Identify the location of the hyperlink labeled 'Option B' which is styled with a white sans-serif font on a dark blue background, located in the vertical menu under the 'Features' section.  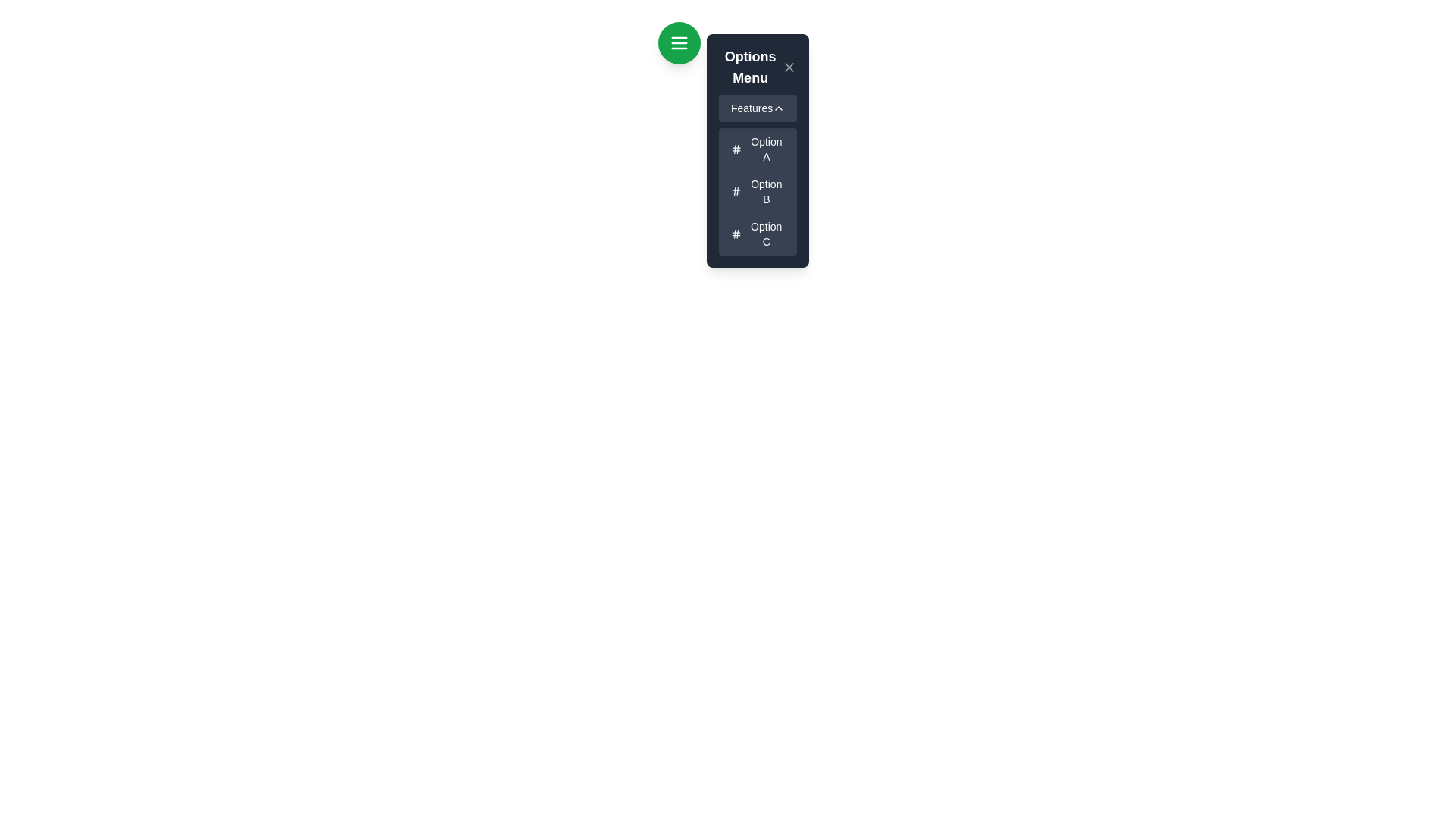
(758, 191).